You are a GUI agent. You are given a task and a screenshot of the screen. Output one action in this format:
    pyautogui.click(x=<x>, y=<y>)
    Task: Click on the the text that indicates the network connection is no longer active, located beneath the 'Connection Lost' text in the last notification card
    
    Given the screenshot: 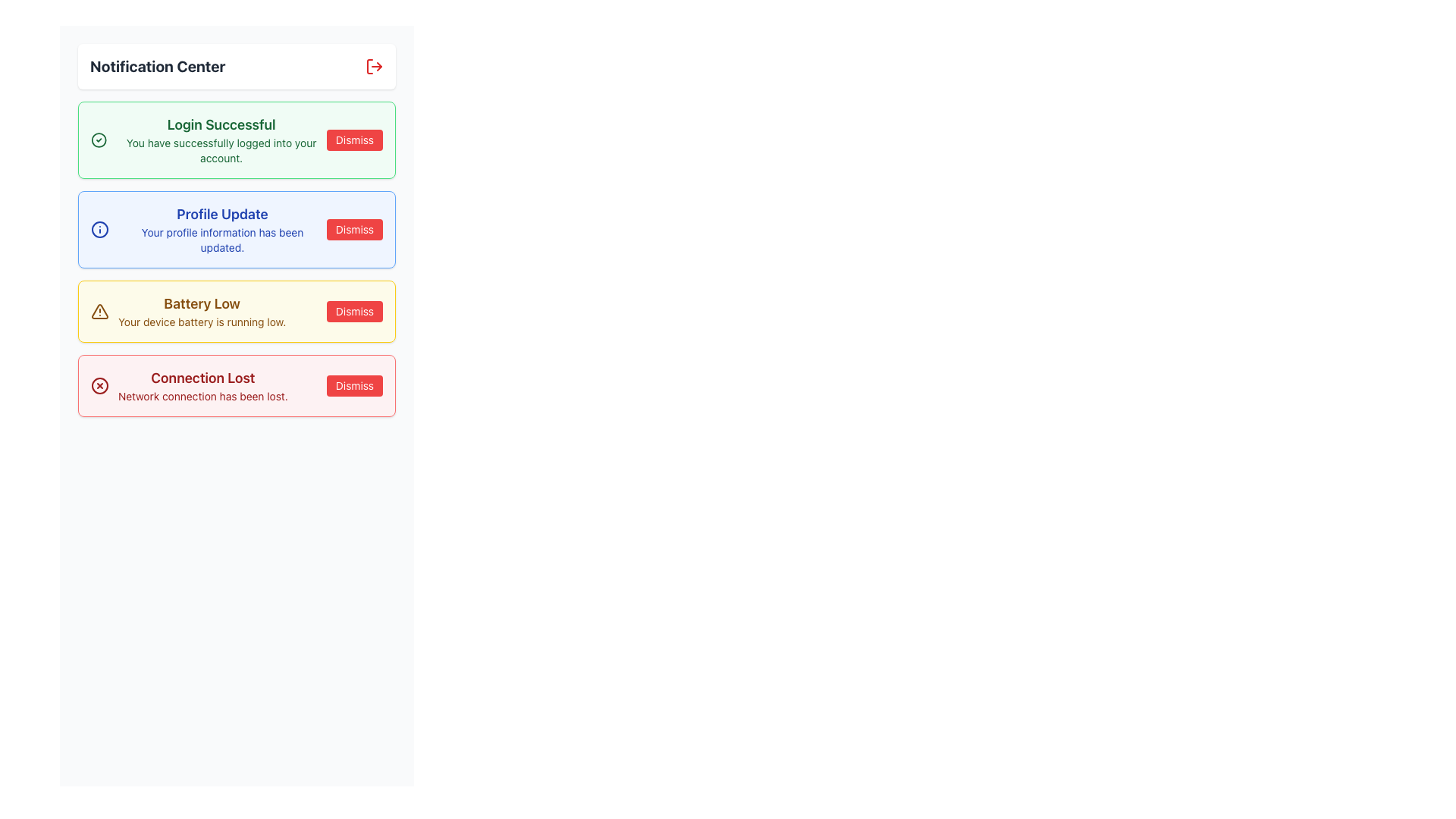 What is the action you would take?
    pyautogui.click(x=202, y=396)
    